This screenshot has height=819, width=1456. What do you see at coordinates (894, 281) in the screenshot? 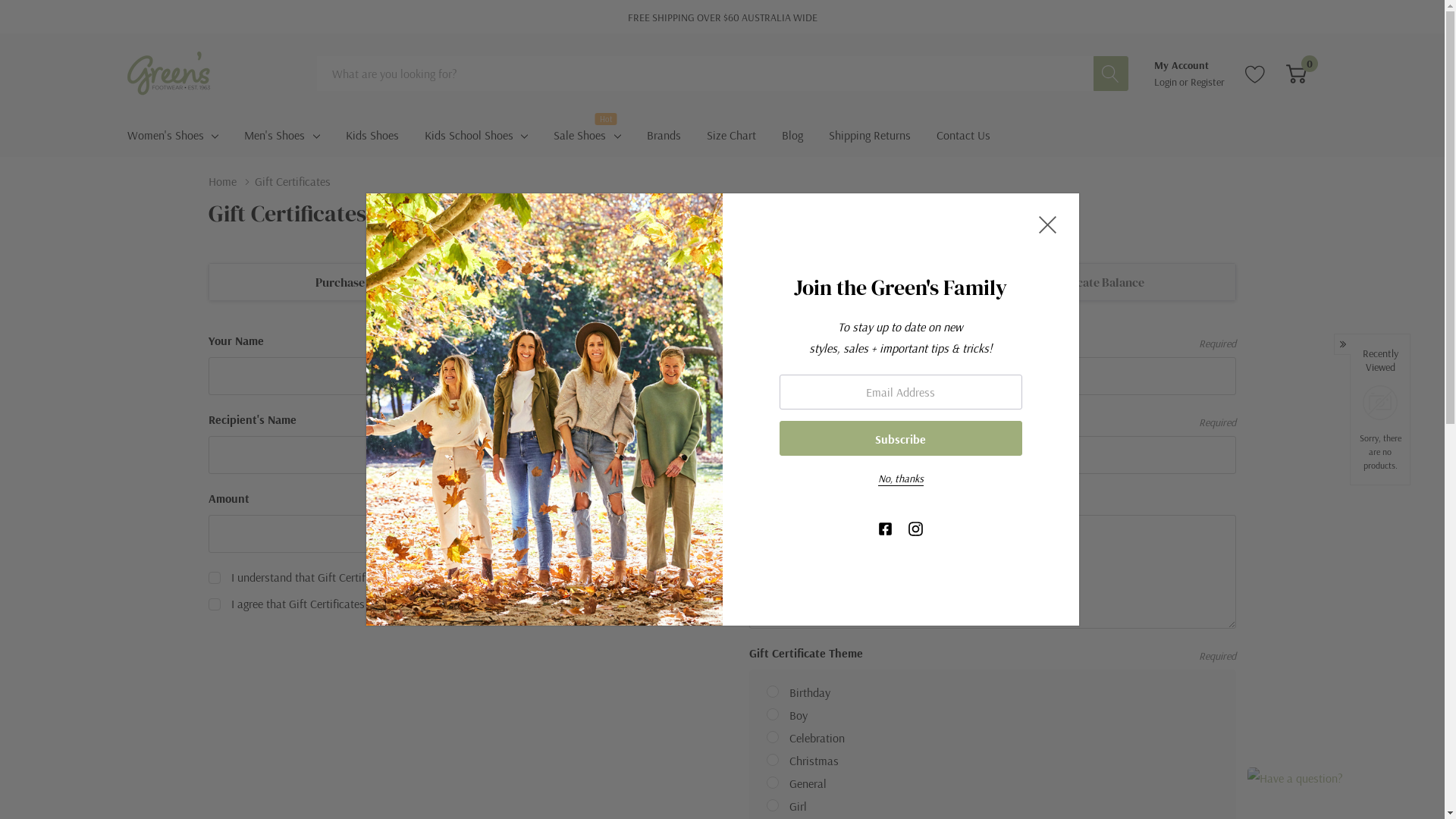
I see `'Check Gift Certificate Balance'` at bounding box center [894, 281].